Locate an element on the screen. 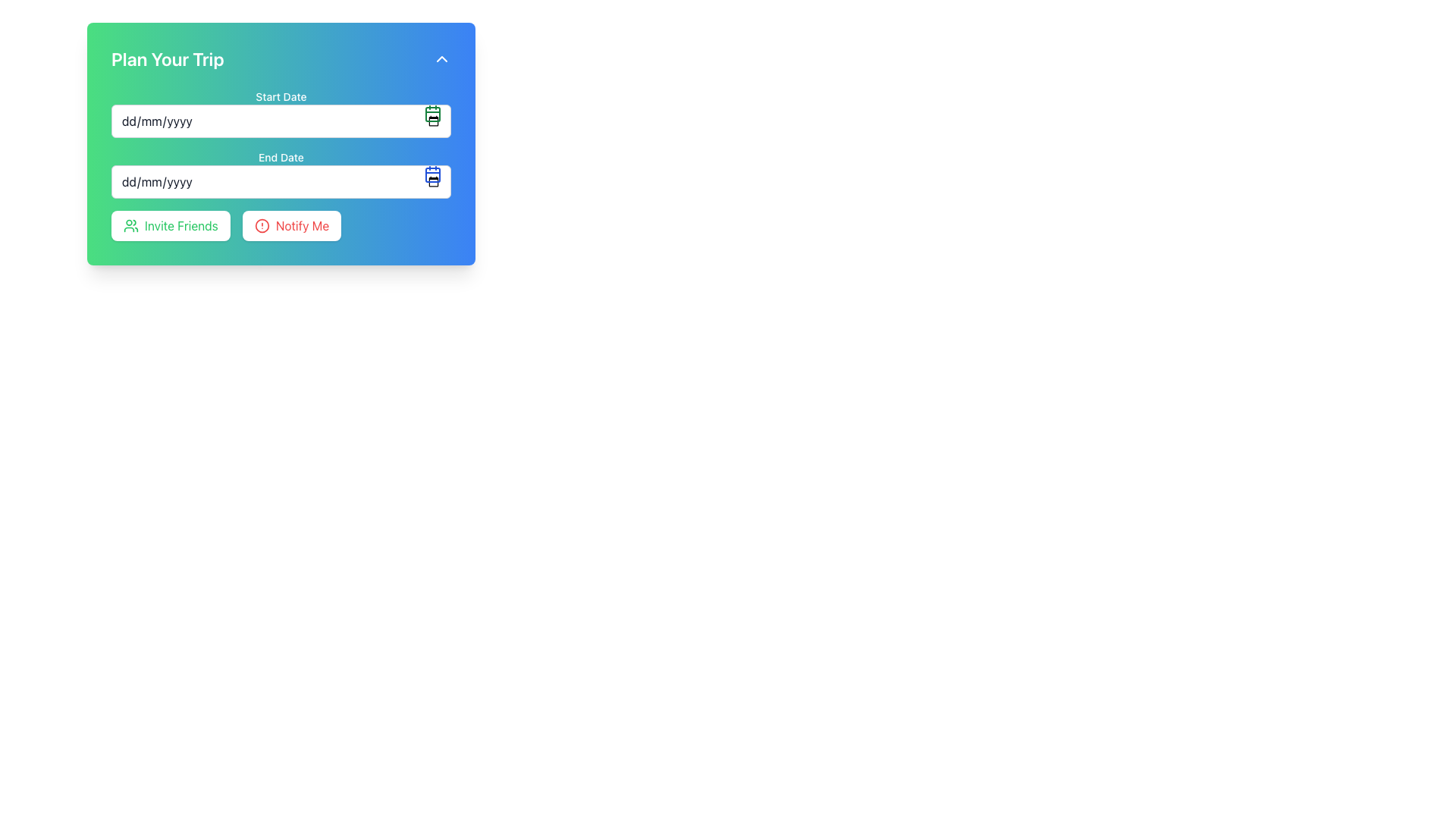  the 'End Date' label which provides context for the user to input or select an end date for their trip is located at coordinates (281, 158).